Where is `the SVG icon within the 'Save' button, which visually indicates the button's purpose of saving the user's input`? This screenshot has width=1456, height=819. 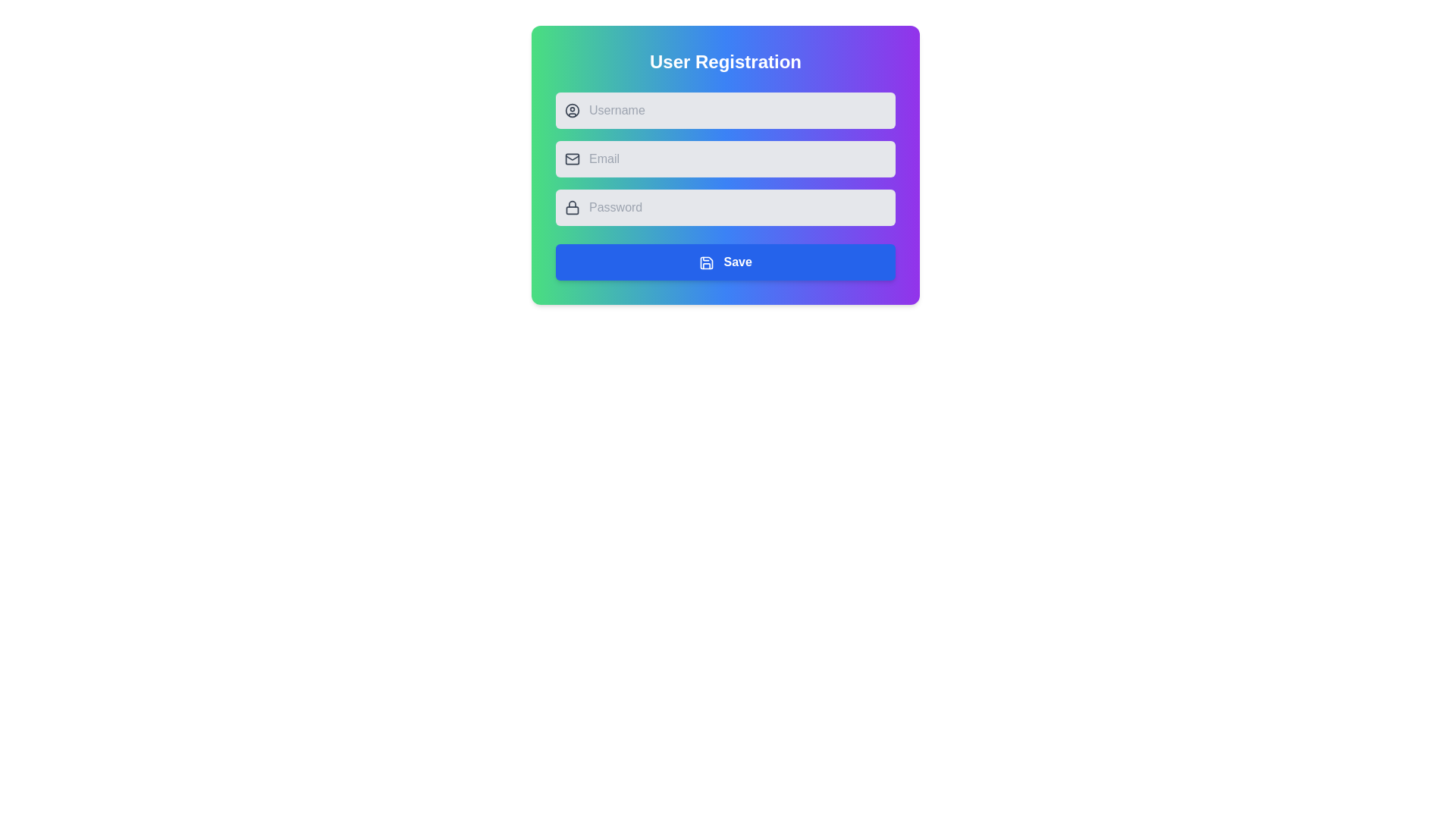
the SVG icon within the 'Save' button, which visually indicates the button's purpose of saving the user's input is located at coordinates (706, 262).